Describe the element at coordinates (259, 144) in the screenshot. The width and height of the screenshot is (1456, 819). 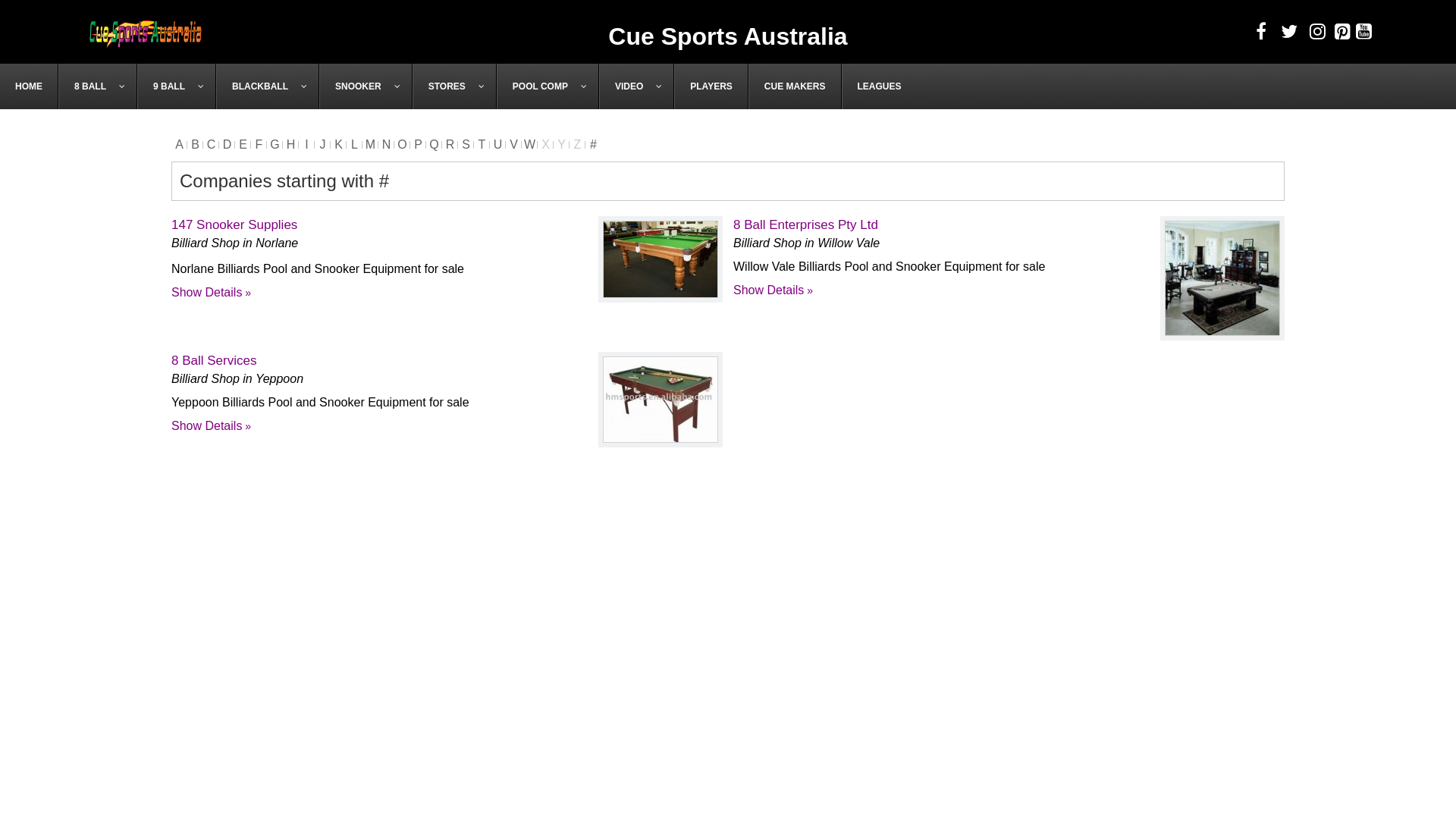
I see `'F'` at that location.